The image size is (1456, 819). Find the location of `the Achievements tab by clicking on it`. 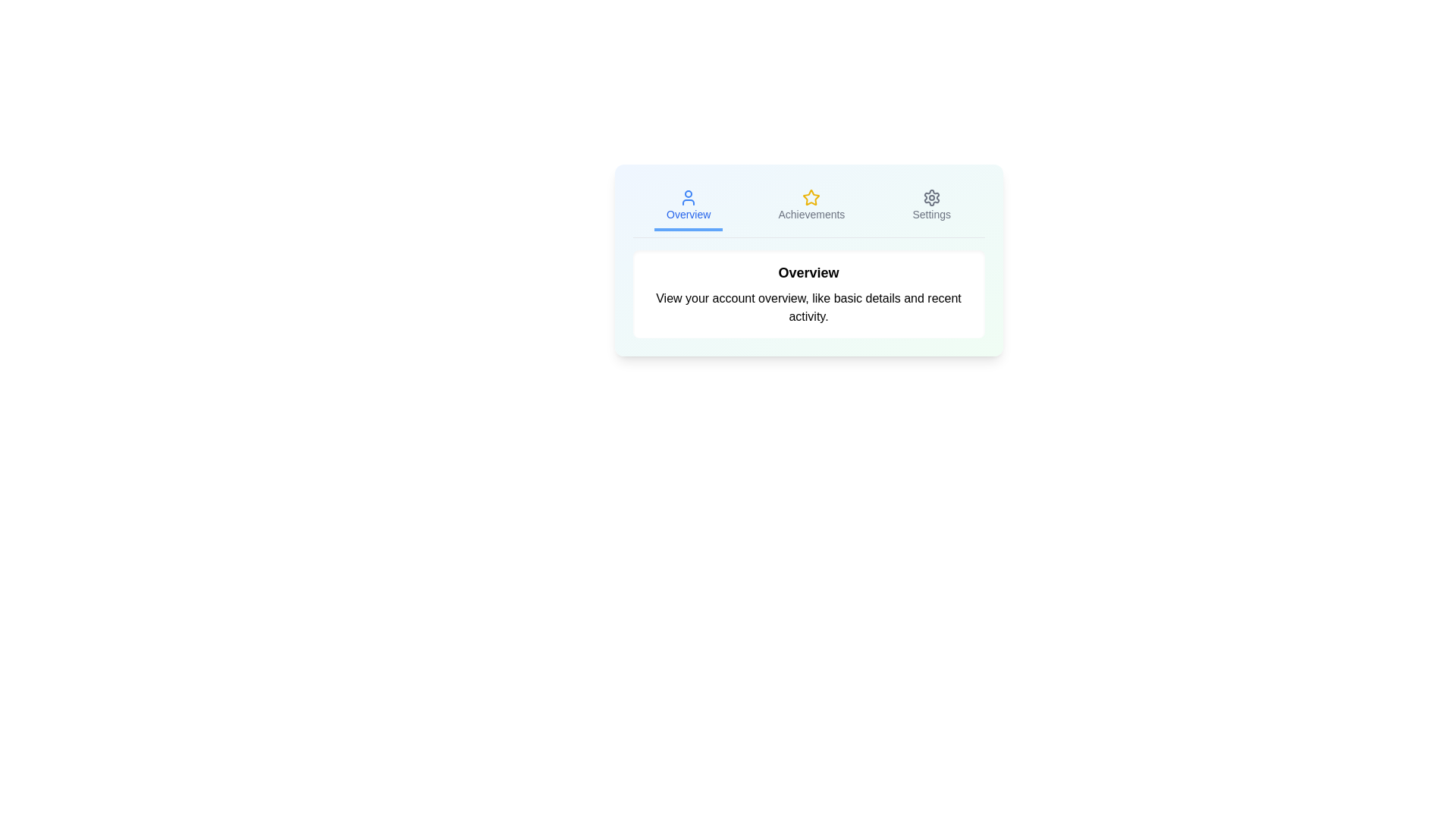

the Achievements tab by clicking on it is located at coordinates (811, 207).